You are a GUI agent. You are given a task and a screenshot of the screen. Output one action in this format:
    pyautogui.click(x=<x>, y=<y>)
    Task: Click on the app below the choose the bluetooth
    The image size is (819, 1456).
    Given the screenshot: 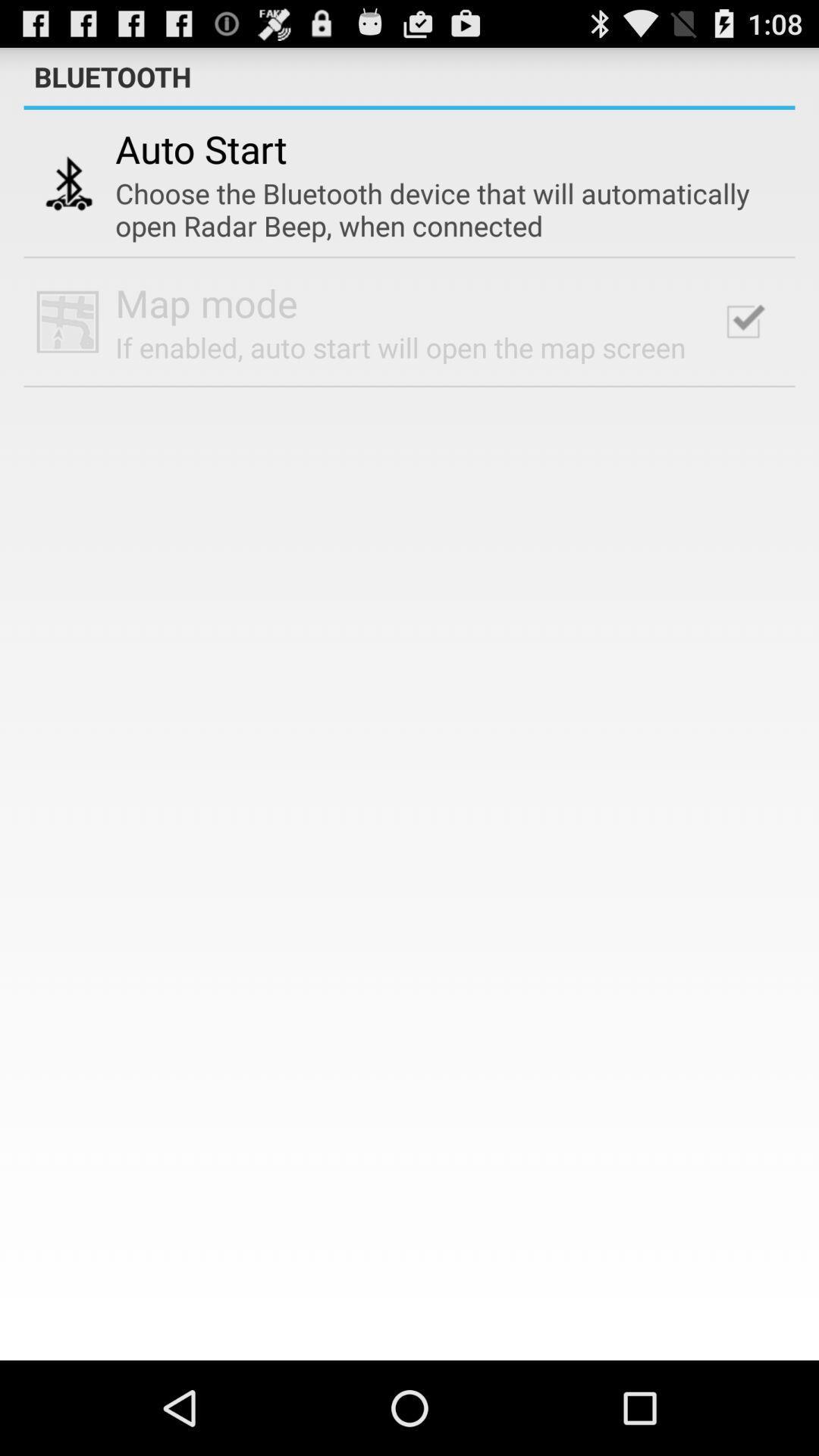 What is the action you would take?
    pyautogui.click(x=206, y=303)
    